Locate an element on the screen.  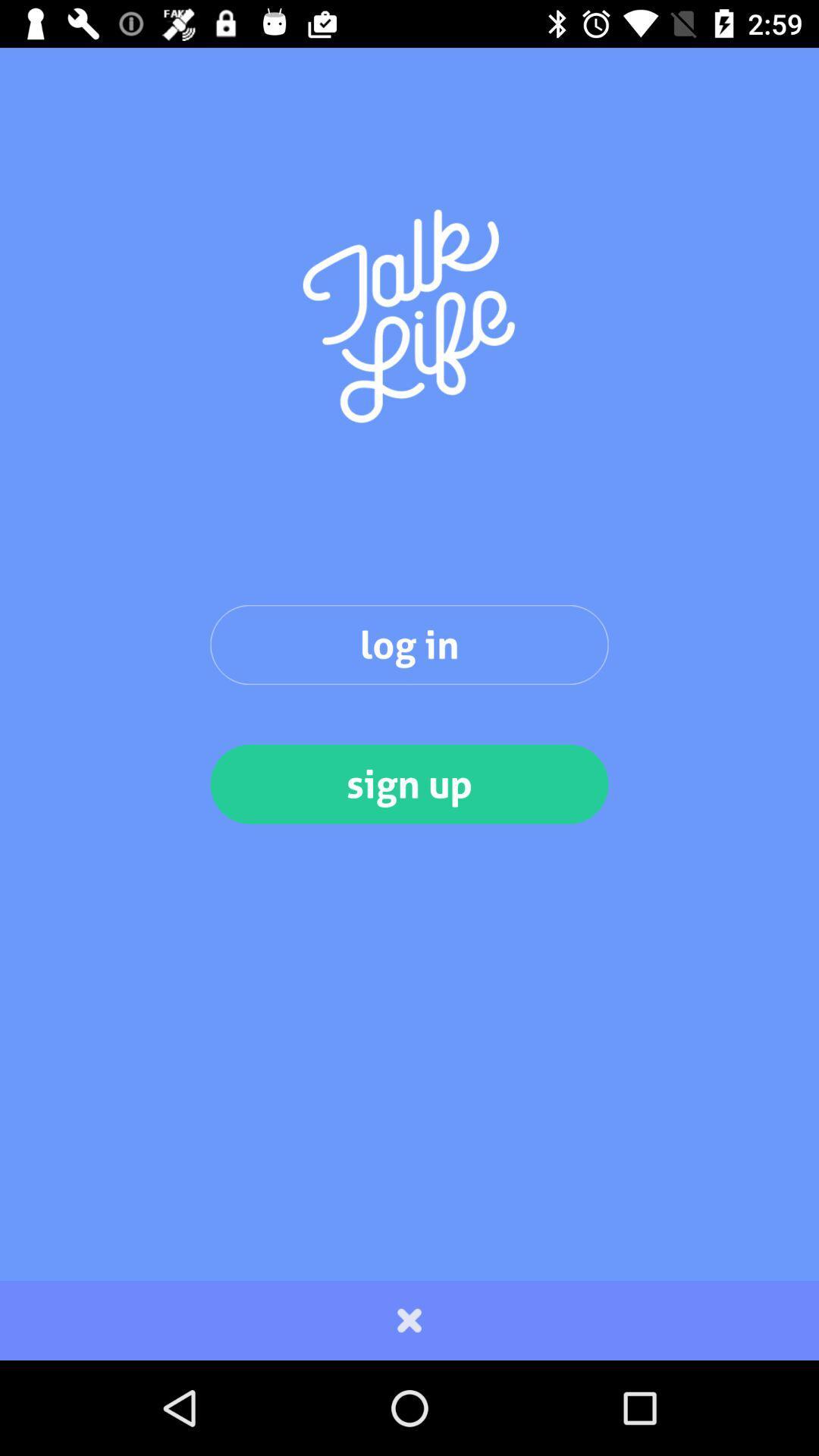
log in is located at coordinates (409, 645).